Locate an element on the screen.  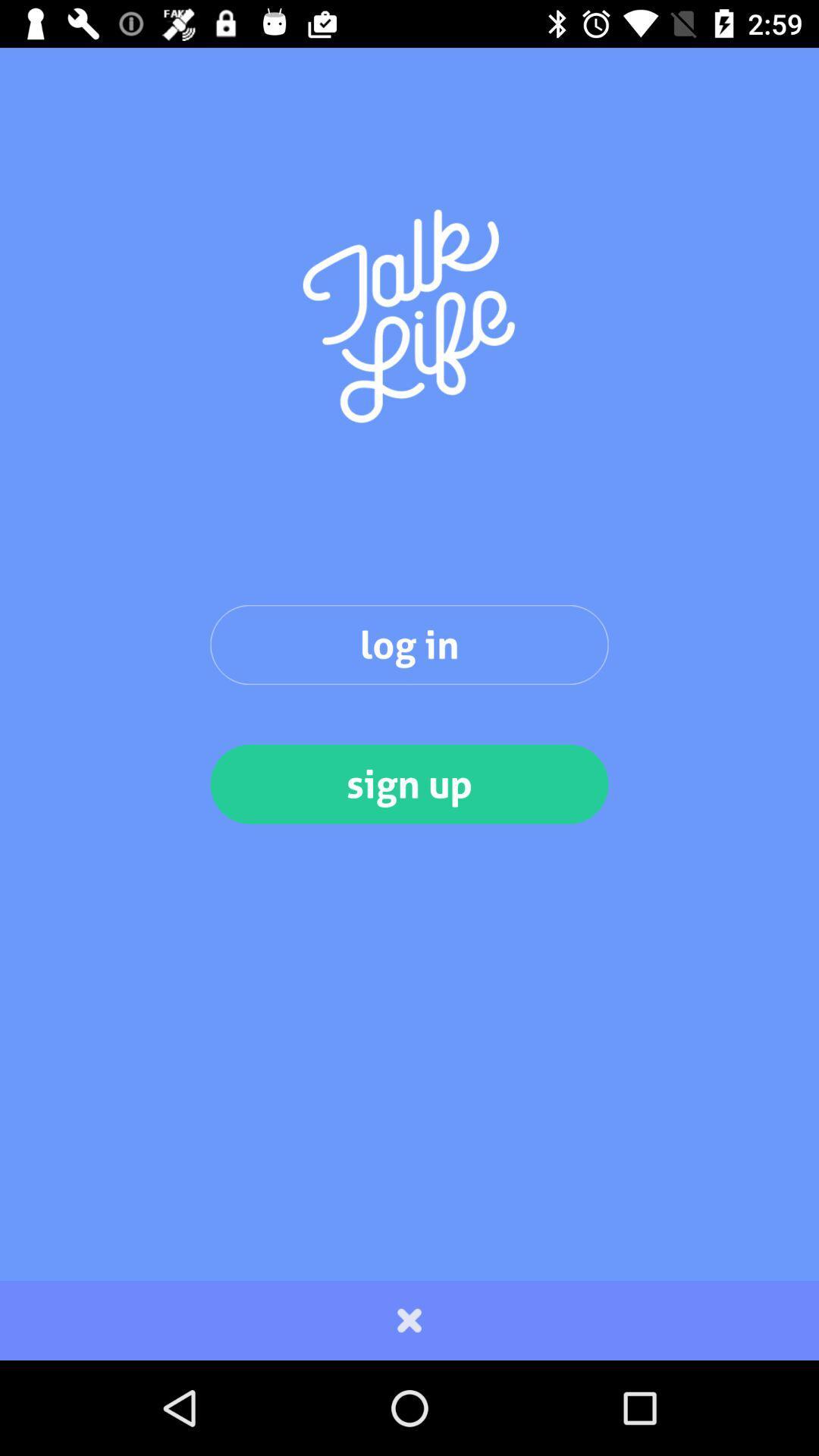
log in is located at coordinates (409, 645).